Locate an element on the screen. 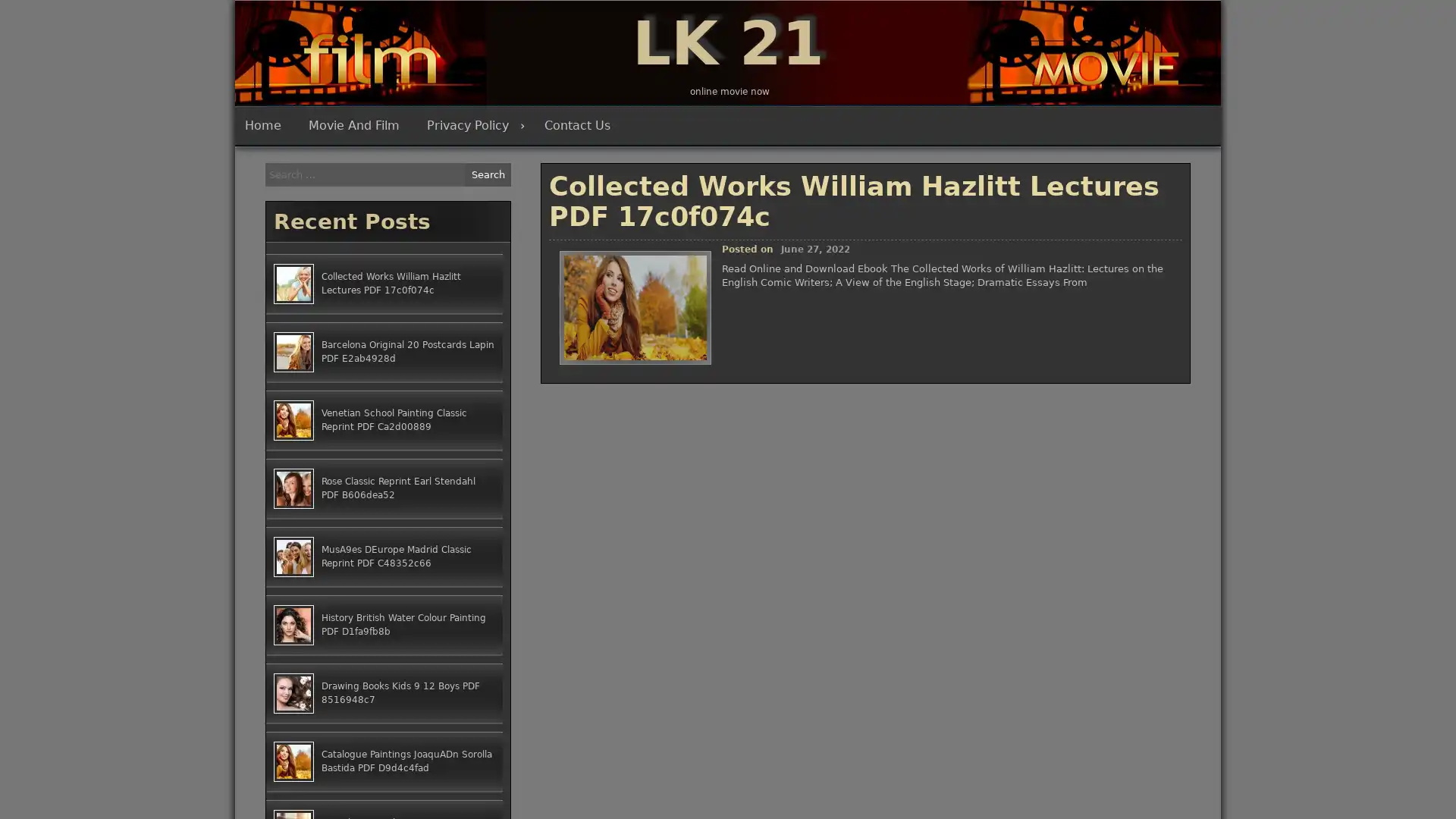  Search is located at coordinates (488, 174).